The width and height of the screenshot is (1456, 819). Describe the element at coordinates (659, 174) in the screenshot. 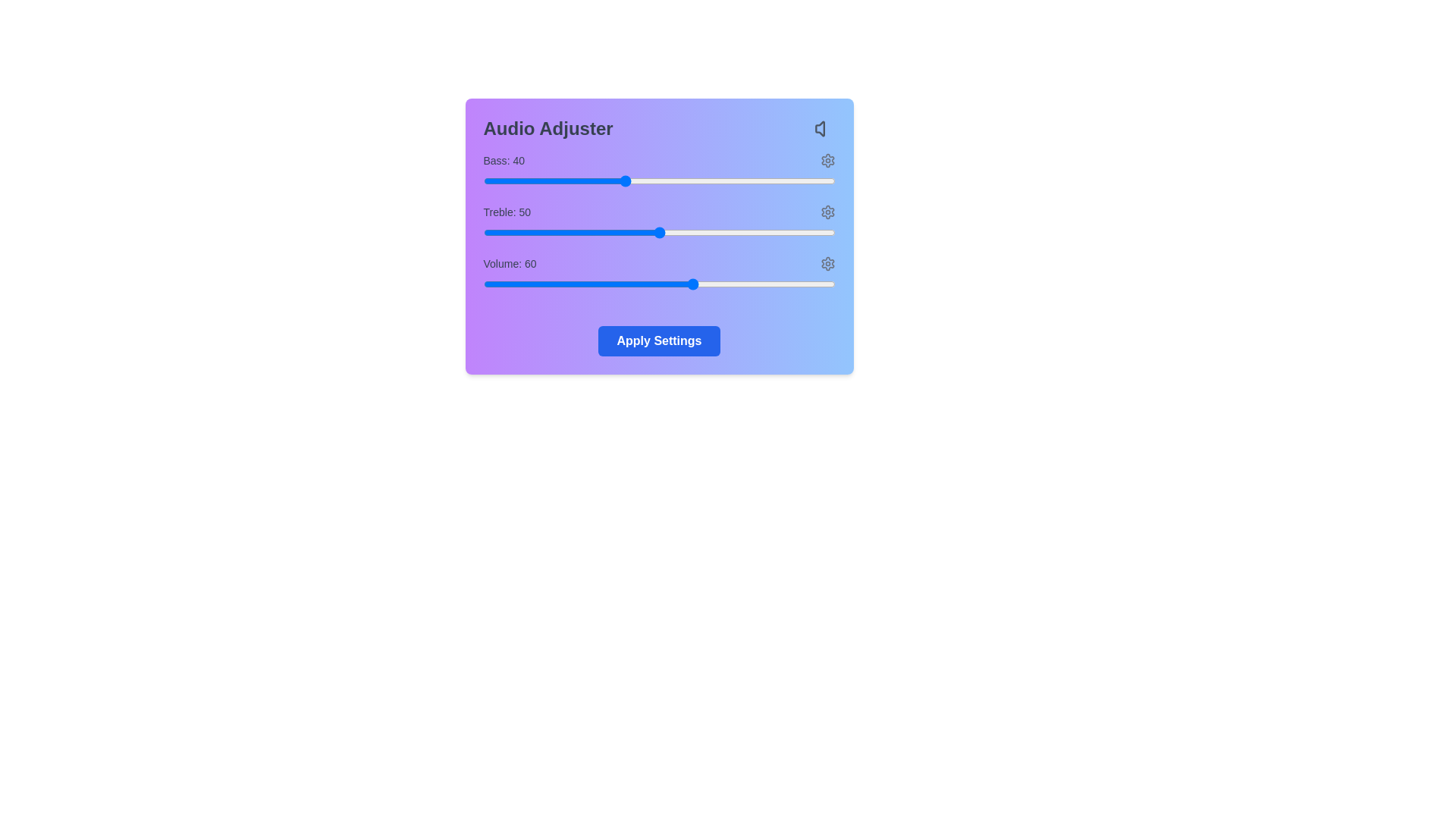

I see `bass` at that location.